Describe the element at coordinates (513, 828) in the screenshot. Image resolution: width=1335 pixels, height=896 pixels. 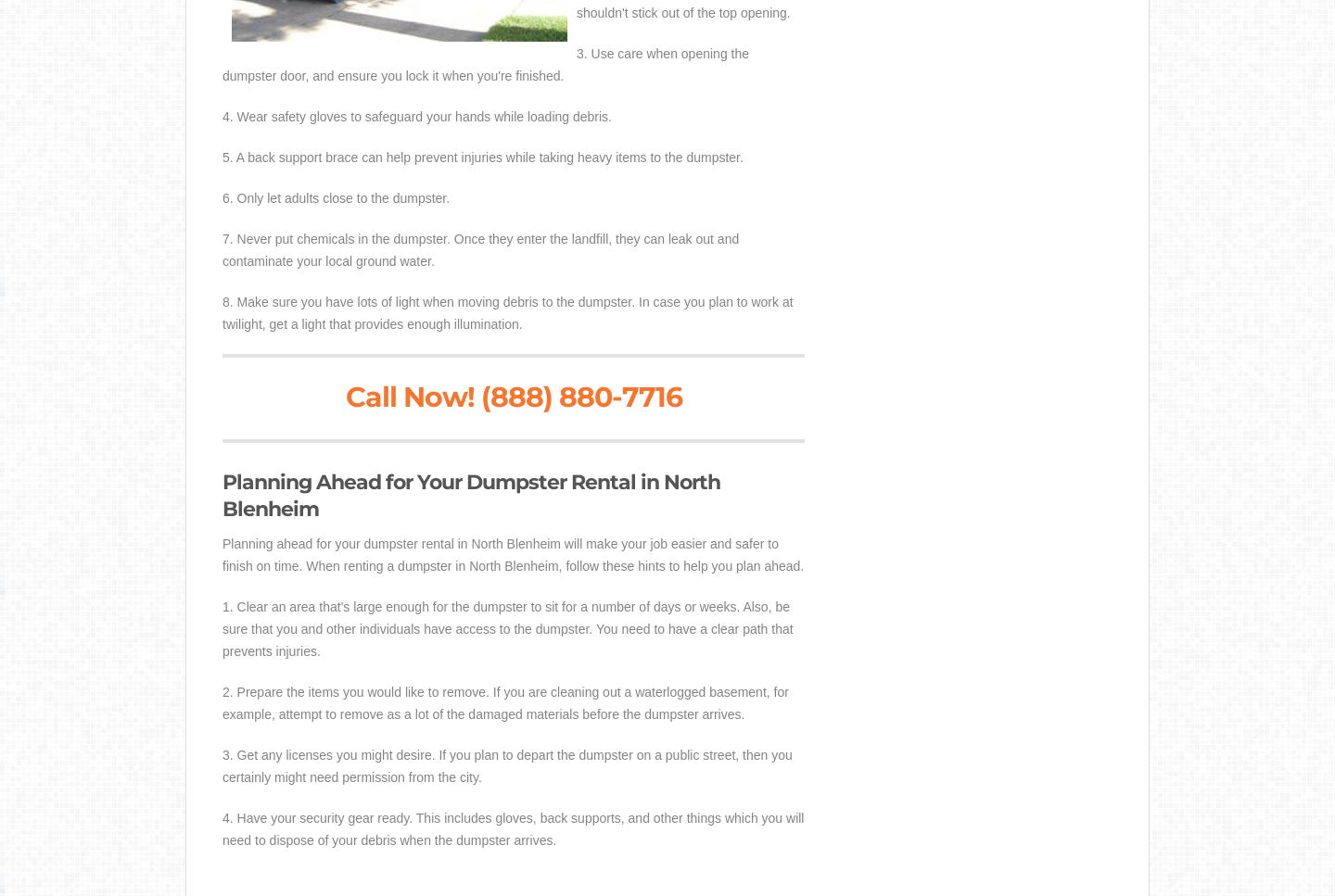
I see `'4. Have your security gear ready. This includes gloves, back supports, and other things which you will need to dispose of your debris when the dumpster arrives.'` at that location.